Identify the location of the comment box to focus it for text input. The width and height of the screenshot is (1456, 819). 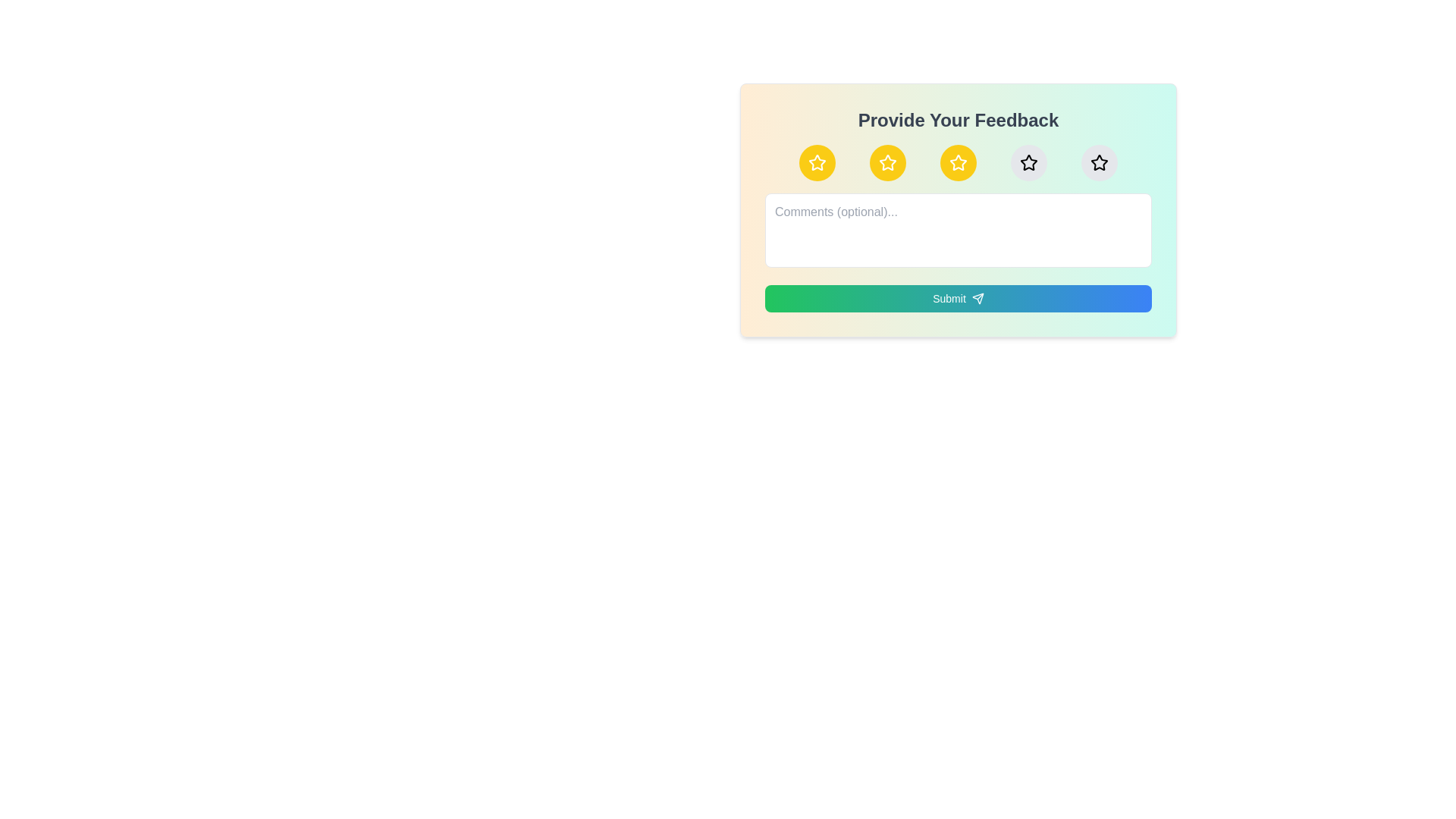
(957, 231).